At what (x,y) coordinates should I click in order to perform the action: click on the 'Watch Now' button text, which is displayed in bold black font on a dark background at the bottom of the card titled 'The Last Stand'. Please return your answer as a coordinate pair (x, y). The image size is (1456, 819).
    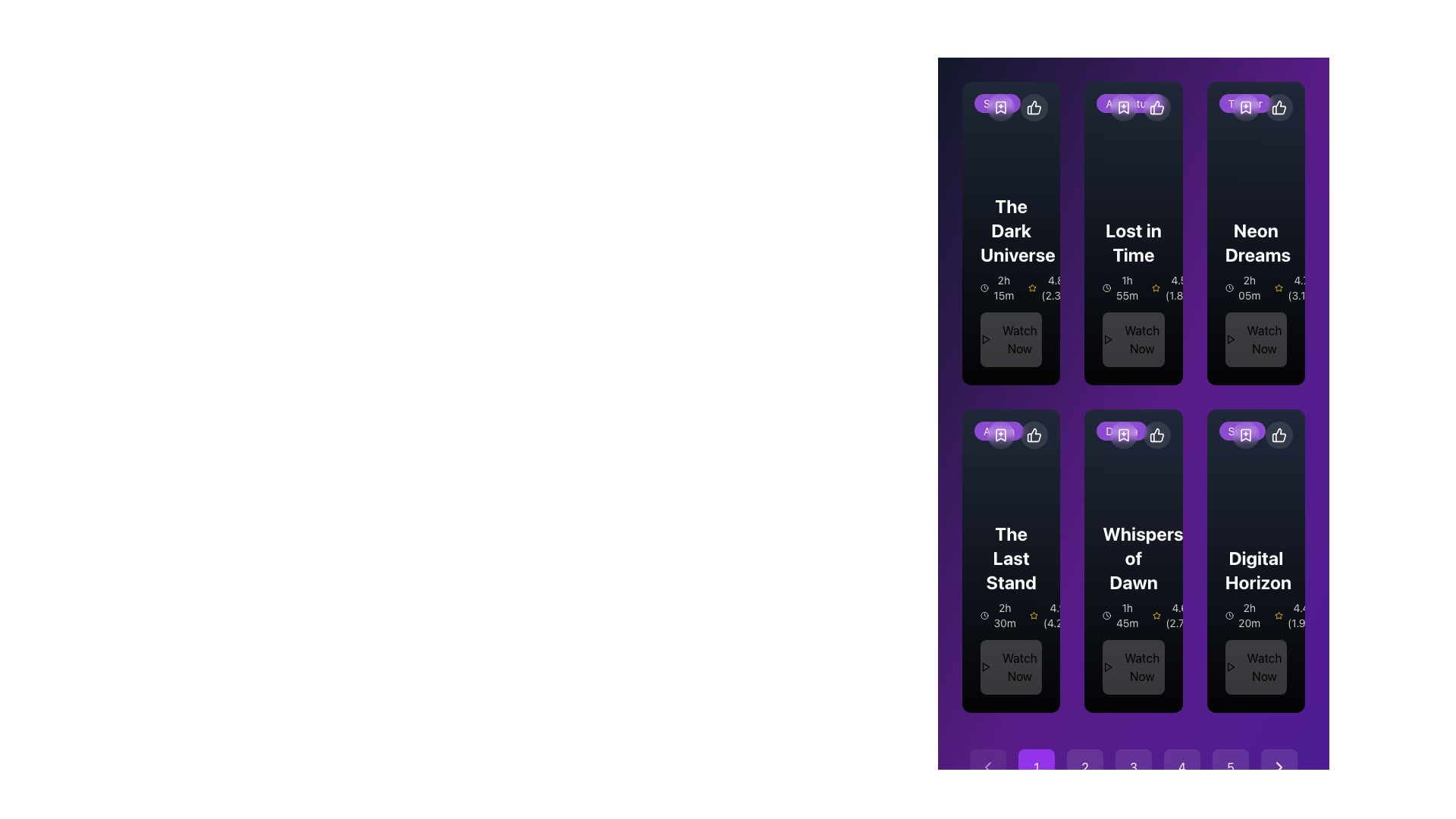
    Looking at the image, I should click on (1019, 666).